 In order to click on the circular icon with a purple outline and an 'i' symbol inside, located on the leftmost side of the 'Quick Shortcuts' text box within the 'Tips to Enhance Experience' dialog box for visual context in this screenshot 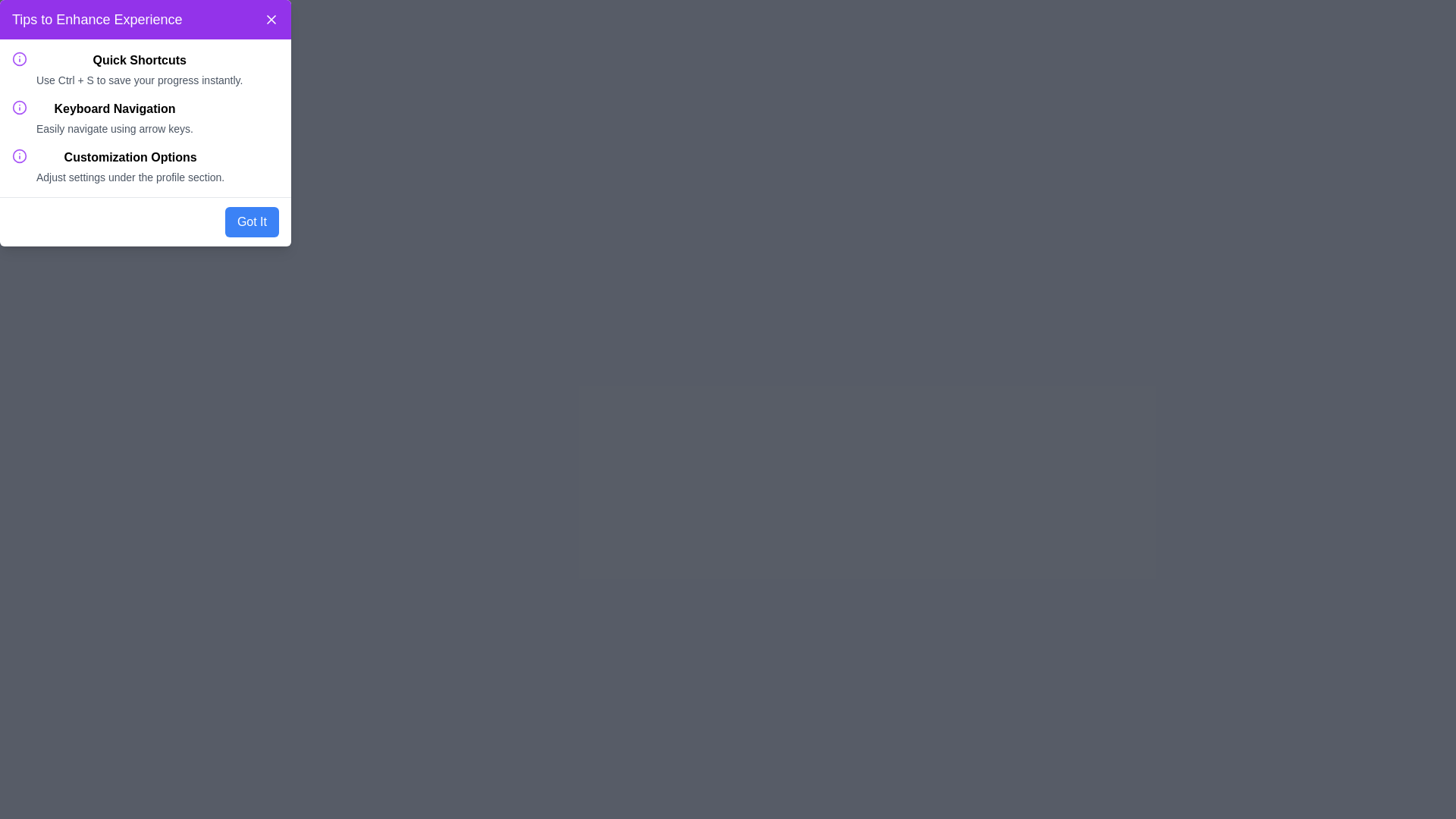, I will do `click(19, 58)`.